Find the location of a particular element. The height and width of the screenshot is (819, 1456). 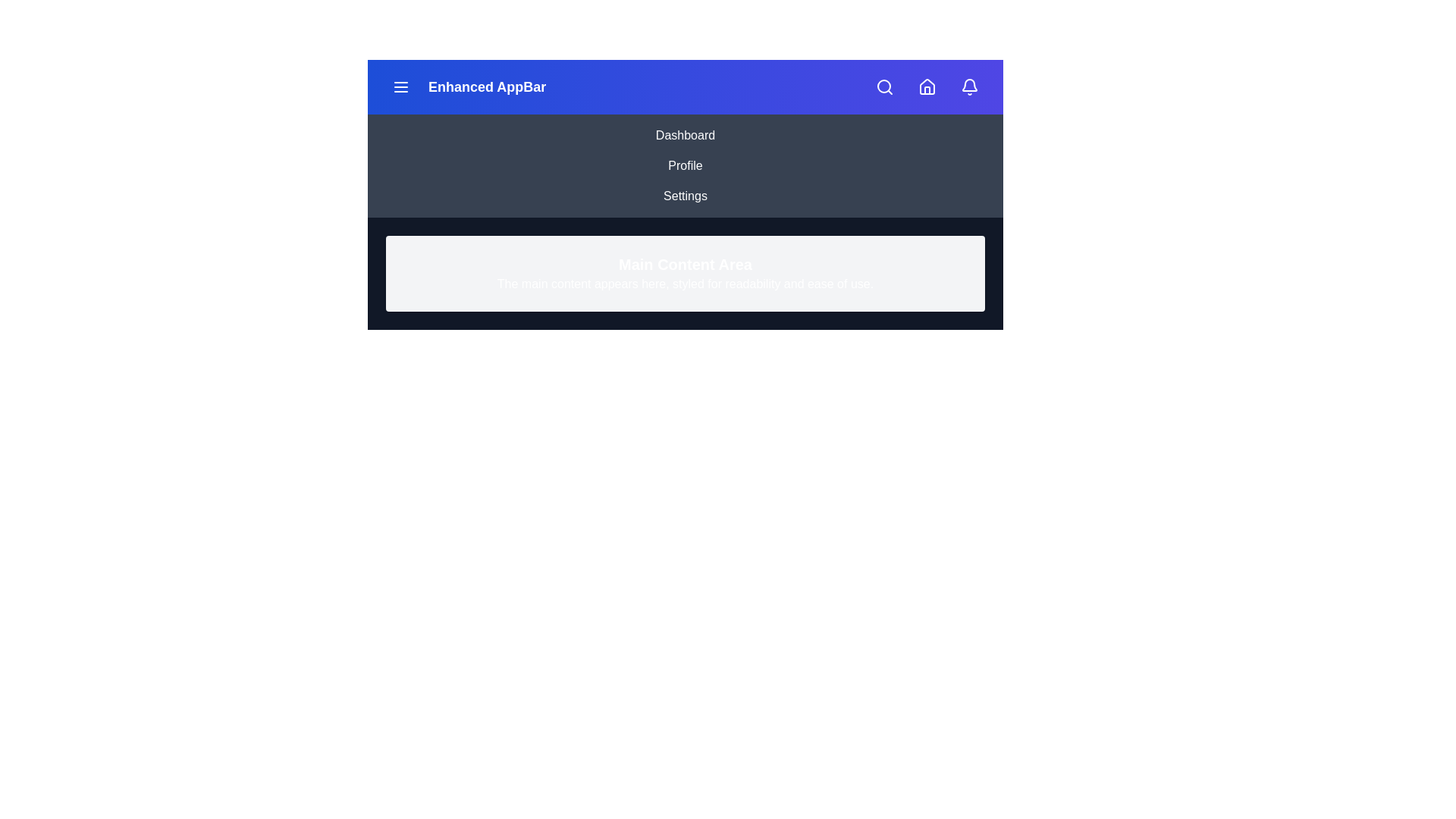

the search icon to initiate a search action is located at coordinates (884, 87).